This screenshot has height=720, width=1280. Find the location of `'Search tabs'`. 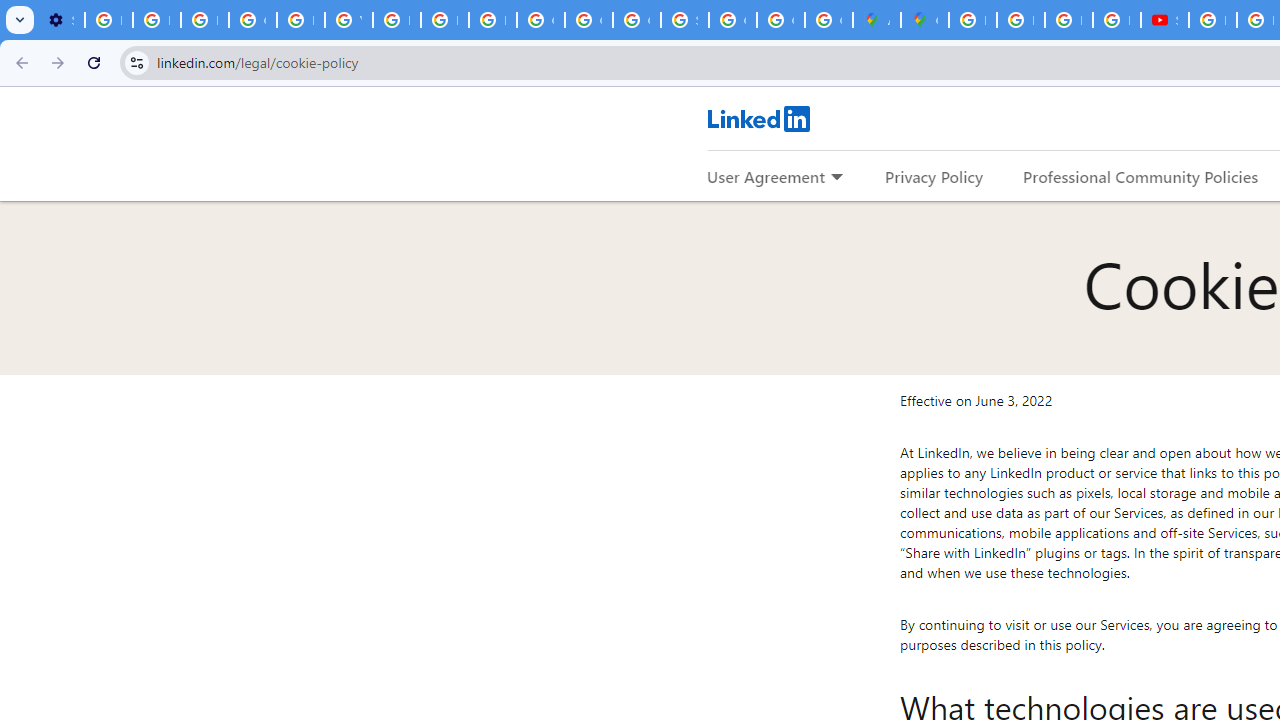

'Search tabs' is located at coordinates (20, 20).